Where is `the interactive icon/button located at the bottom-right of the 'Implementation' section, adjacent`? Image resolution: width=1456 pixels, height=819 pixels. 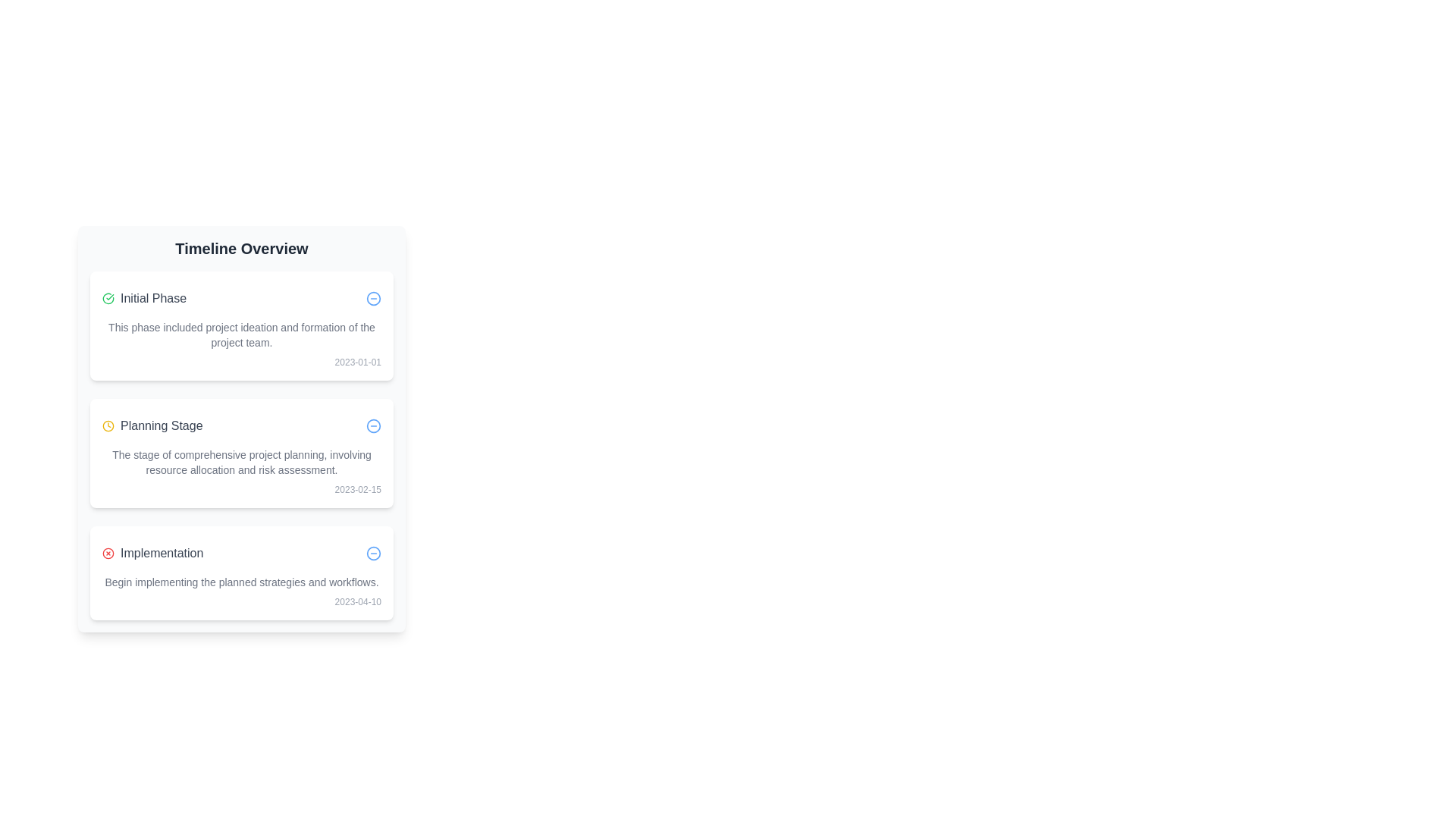
the interactive icon/button located at the bottom-right of the 'Implementation' section, adjacent is located at coordinates (374, 553).